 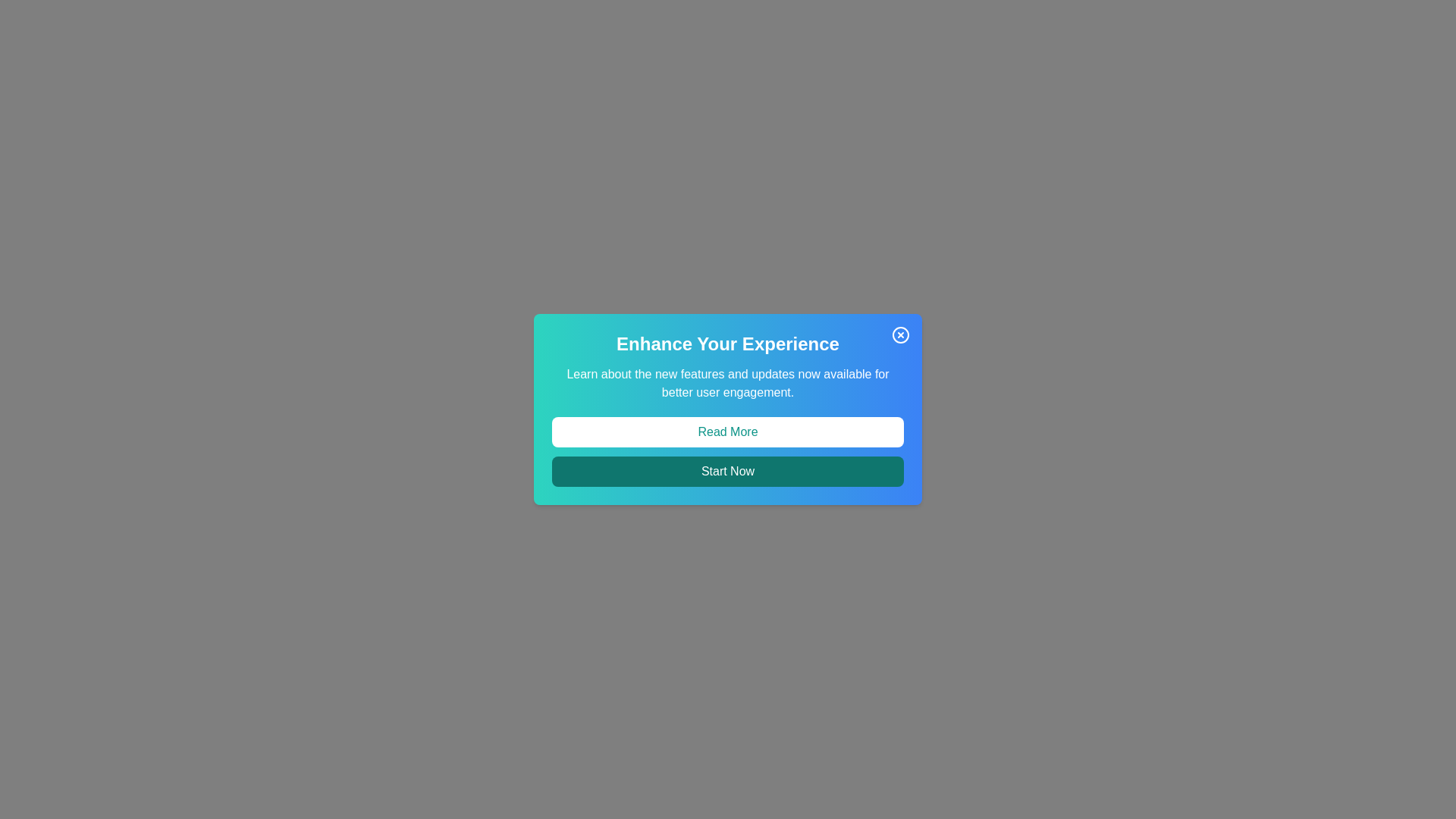 I want to click on 'Start Now' button to proceed, so click(x=728, y=470).